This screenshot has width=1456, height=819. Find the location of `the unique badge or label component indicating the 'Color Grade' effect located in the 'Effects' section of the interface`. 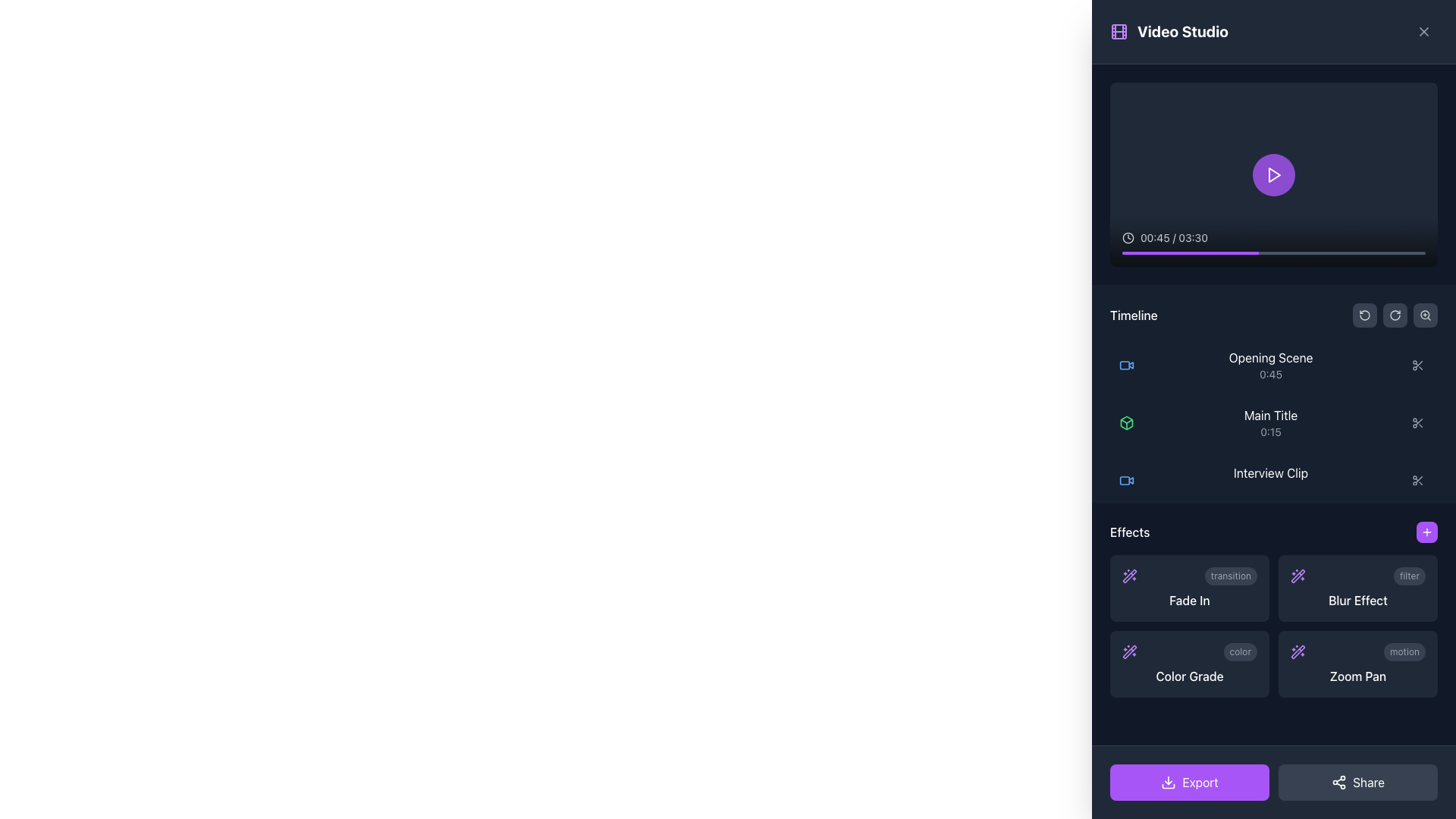

the unique badge or label component indicating the 'Color Grade' effect located in the 'Effects' section of the interface is located at coordinates (1240, 651).